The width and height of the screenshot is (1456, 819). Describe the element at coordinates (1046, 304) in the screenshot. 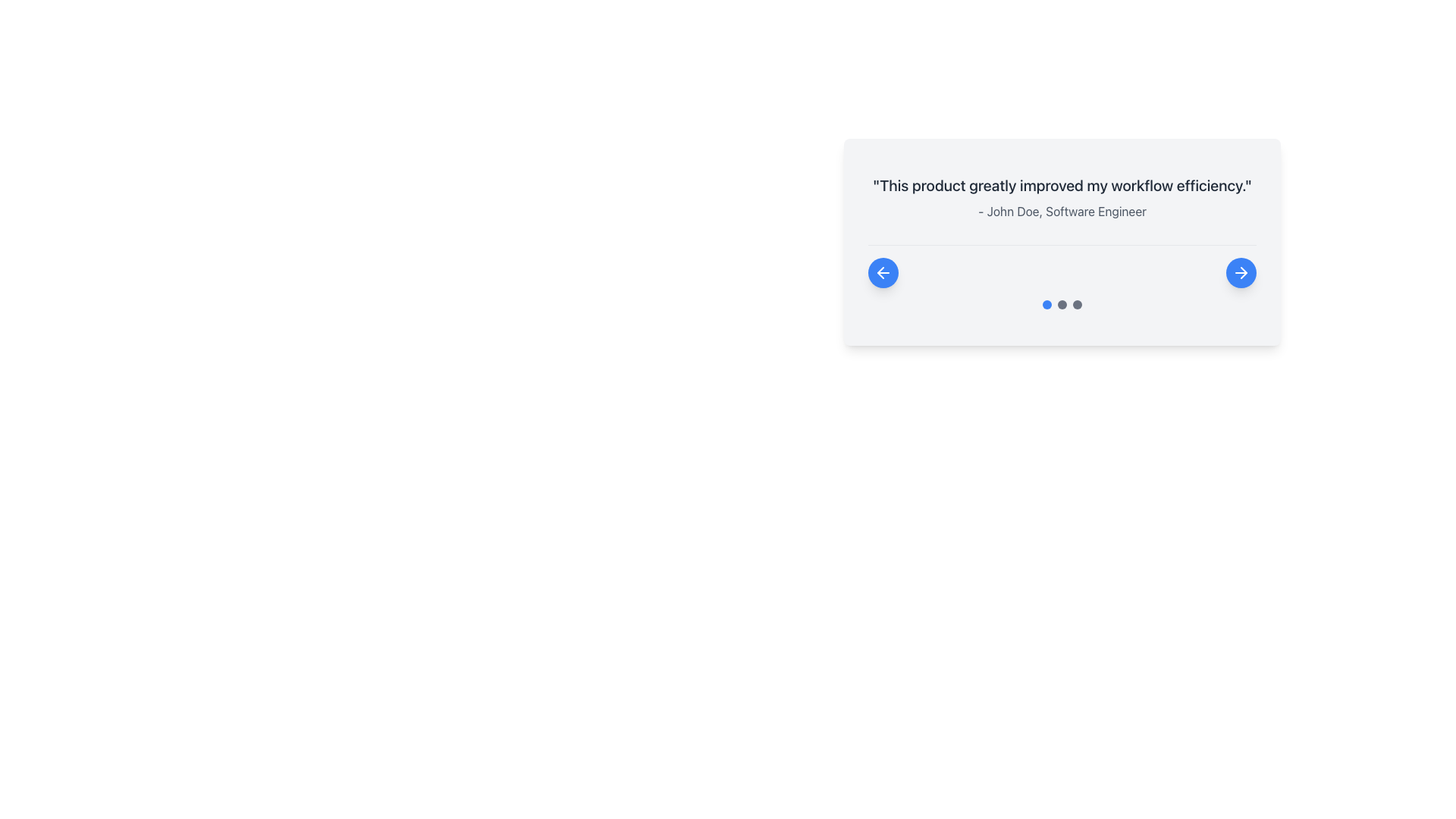

I see `the first blue circular indicator at the bottom of the testimonial box` at that location.